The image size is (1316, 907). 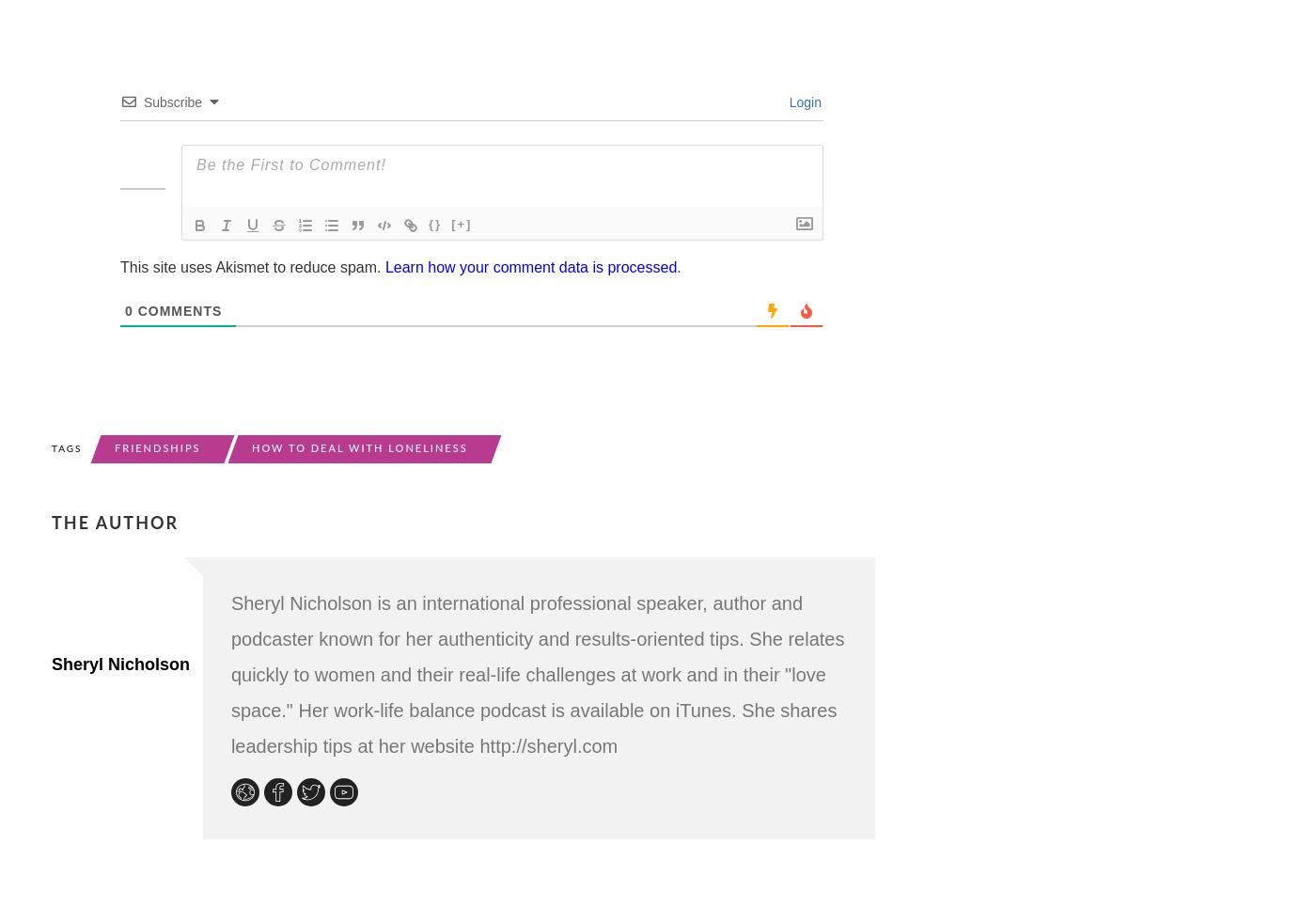 I want to click on '[+]', so click(x=460, y=222).